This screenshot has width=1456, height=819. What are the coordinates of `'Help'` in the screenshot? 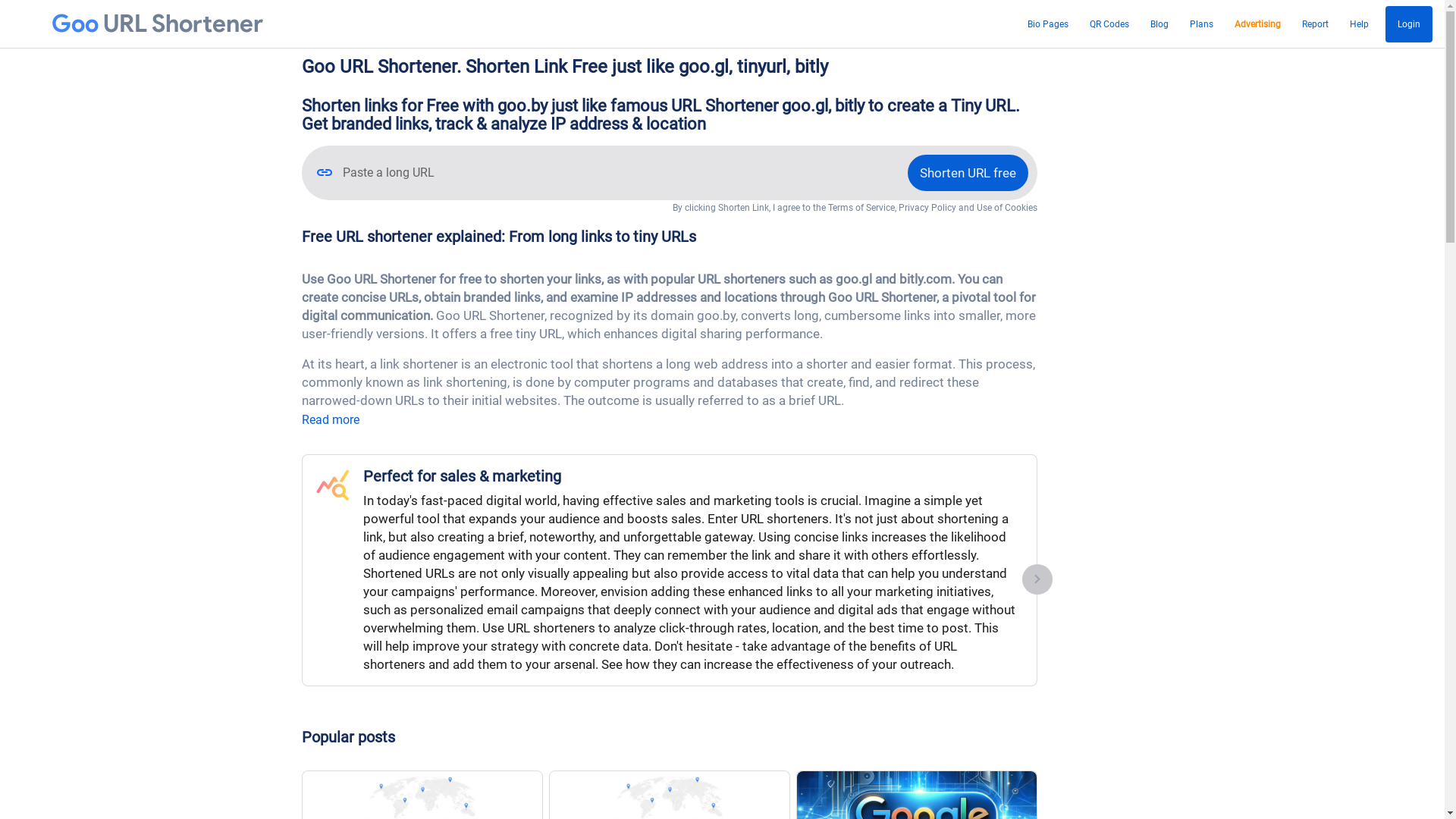 It's located at (1359, 24).